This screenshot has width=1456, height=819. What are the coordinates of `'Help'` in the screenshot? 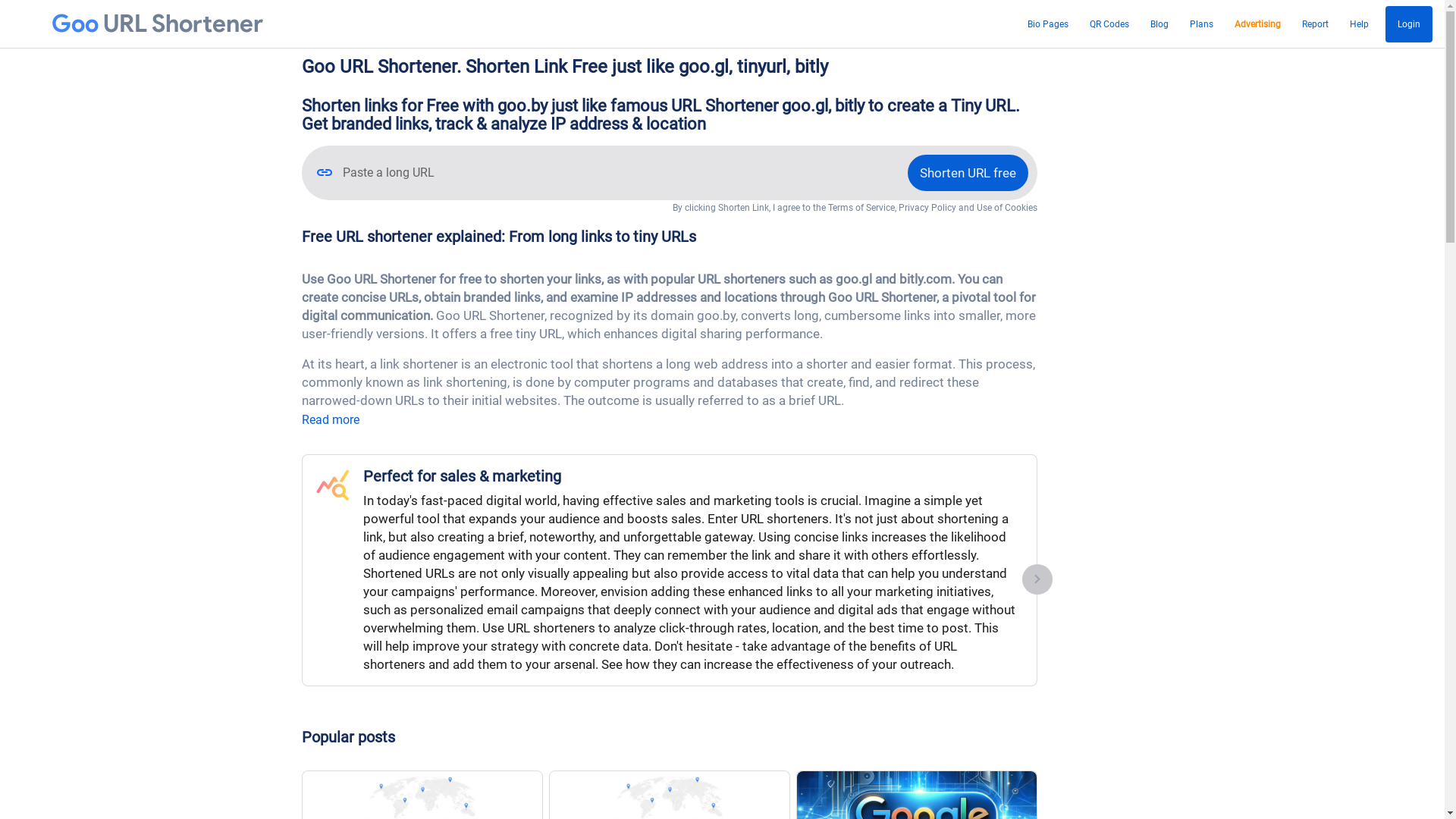 It's located at (1359, 24).